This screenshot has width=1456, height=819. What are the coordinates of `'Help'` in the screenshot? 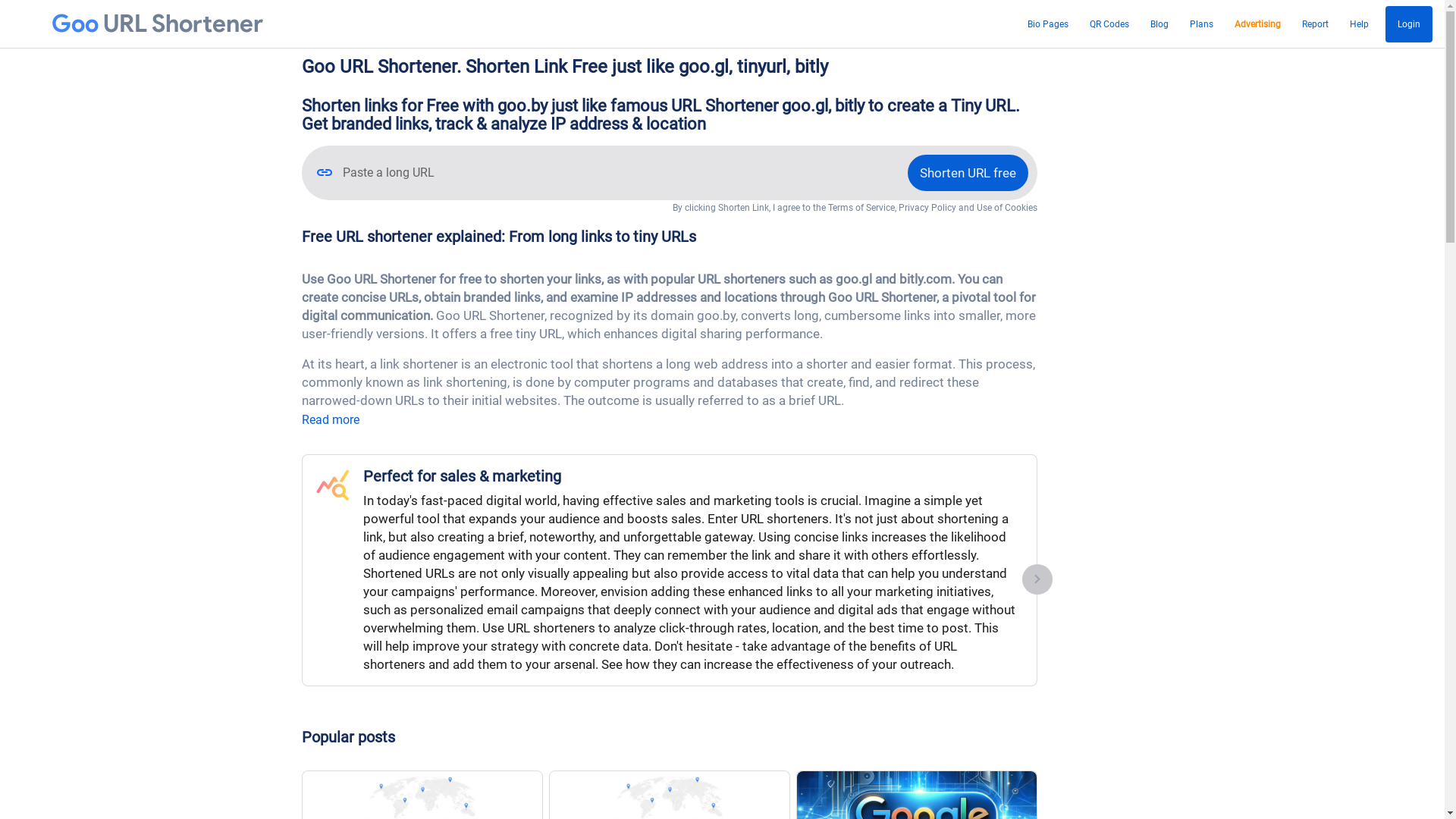 It's located at (1359, 24).